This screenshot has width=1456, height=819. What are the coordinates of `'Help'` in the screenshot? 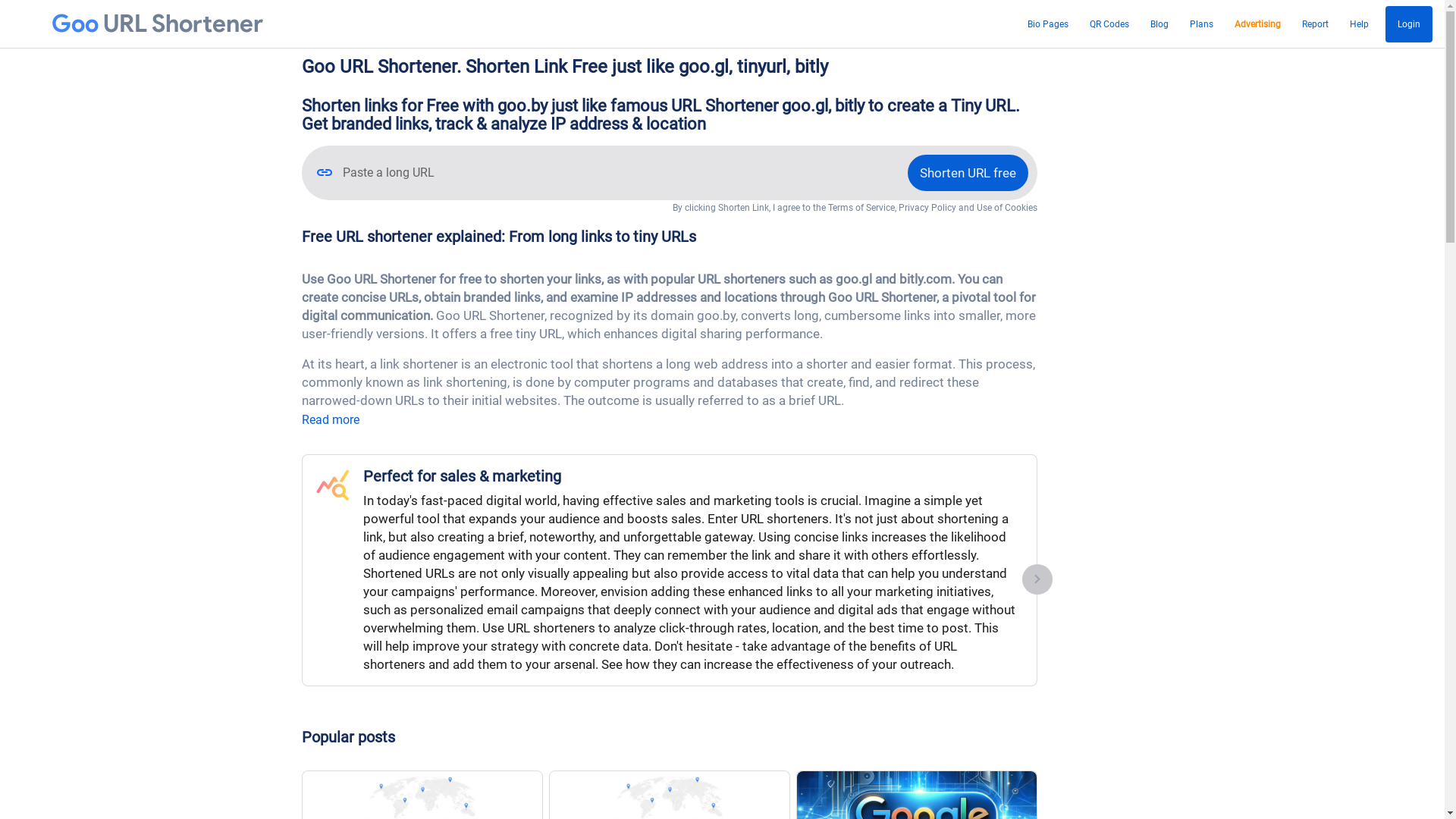 It's located at (1359, 24).